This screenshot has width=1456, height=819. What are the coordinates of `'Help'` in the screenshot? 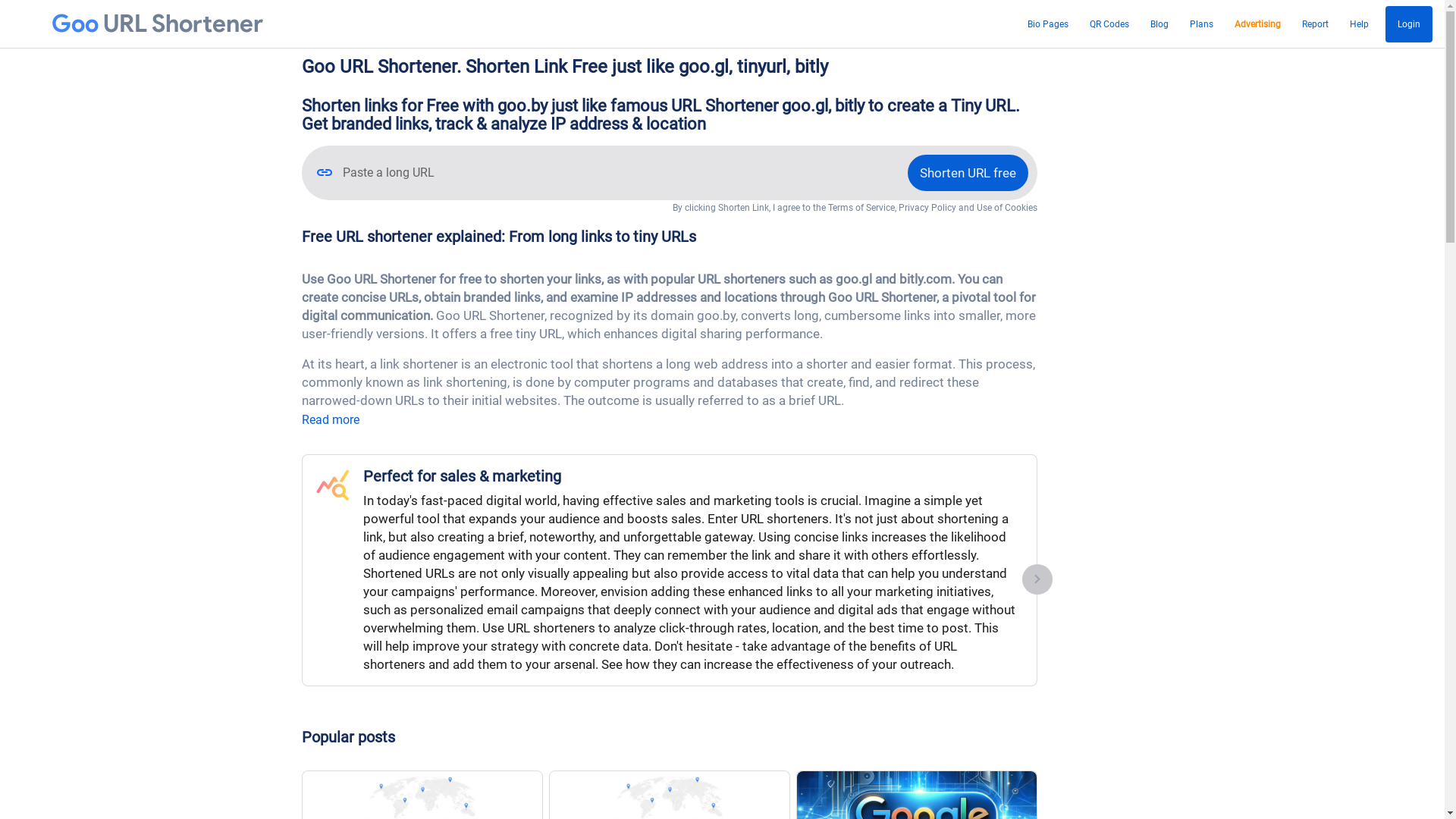 It's located at (1359, 24).